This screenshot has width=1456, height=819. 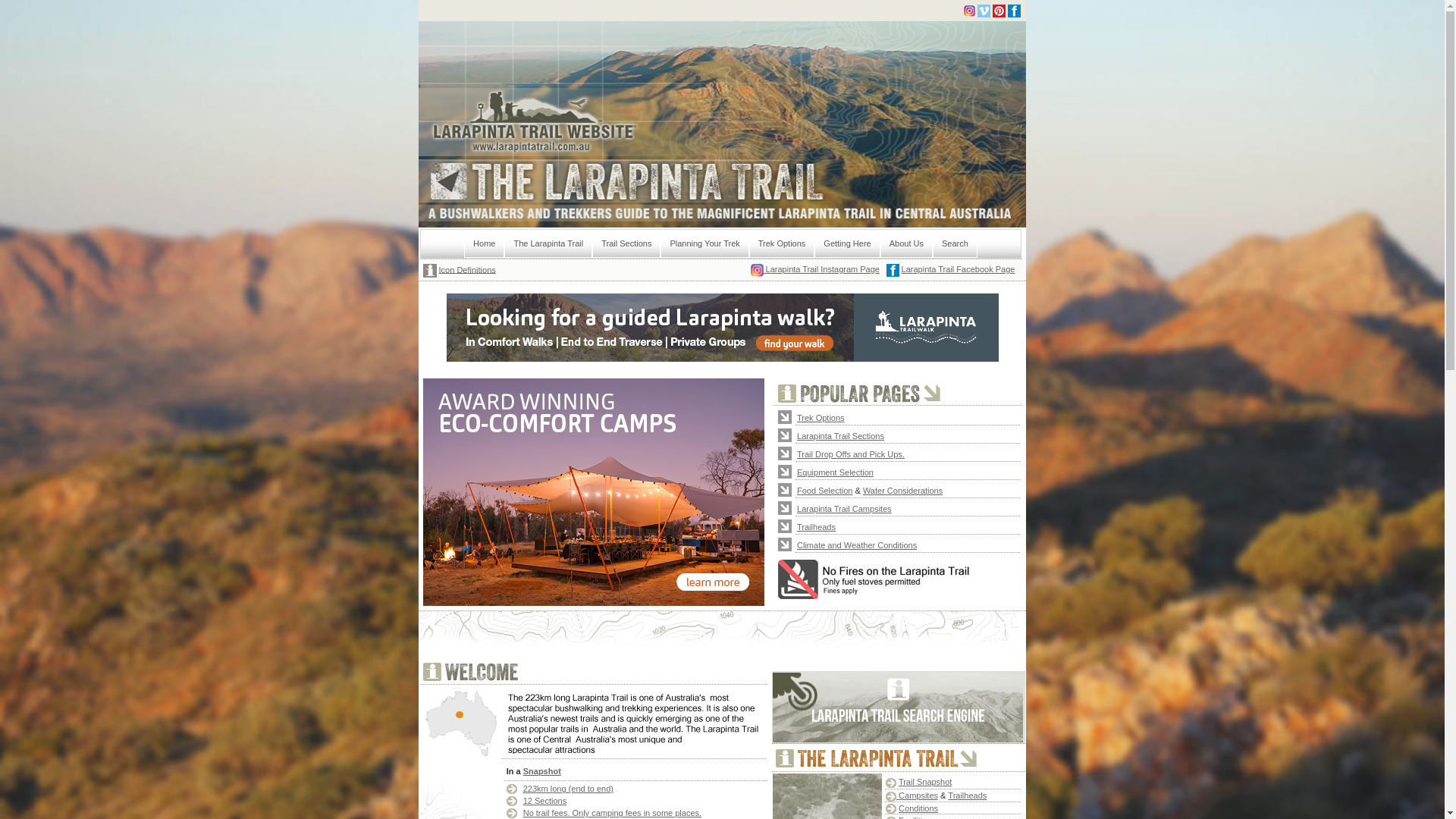 I want to click on 'No trail fees. Only camping fees in some places.', so click(x=612, y=812).